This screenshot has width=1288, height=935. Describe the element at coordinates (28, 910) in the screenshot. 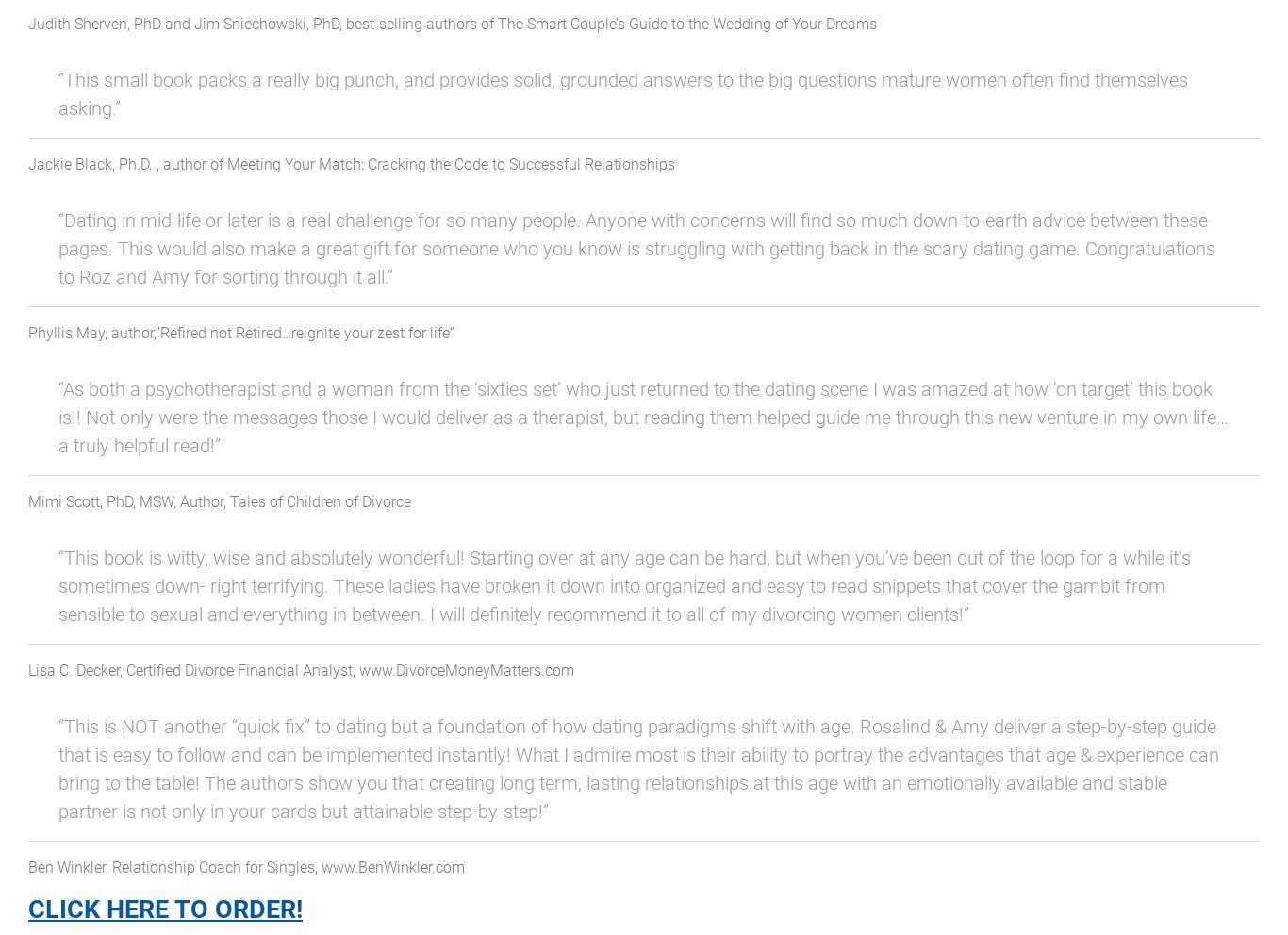

I see `'CLICK HERE TO ORDER!'` at that location.